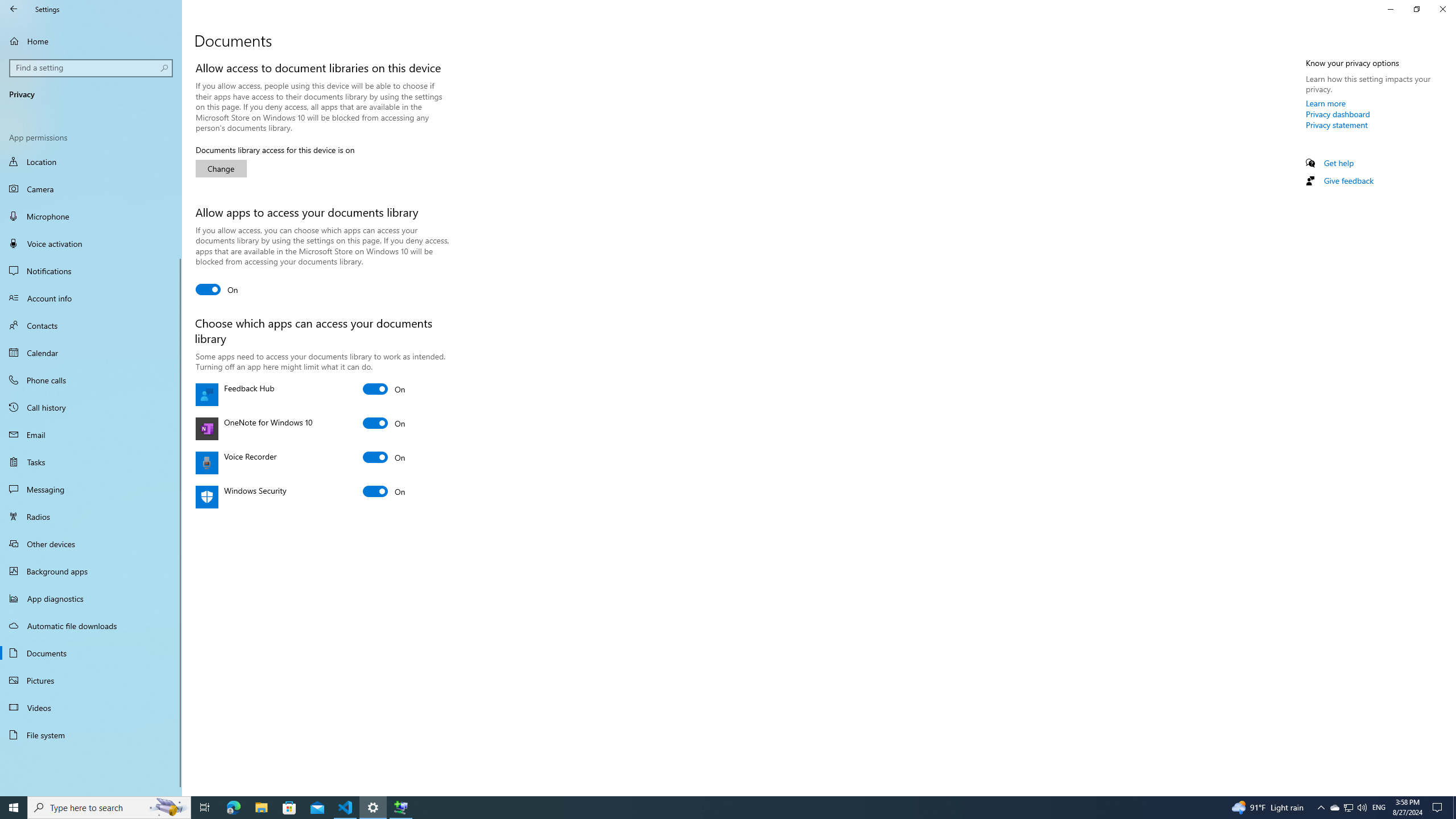 This screenshot has height=819, width=1456. I want to click on 'File system', so click(90, 734).